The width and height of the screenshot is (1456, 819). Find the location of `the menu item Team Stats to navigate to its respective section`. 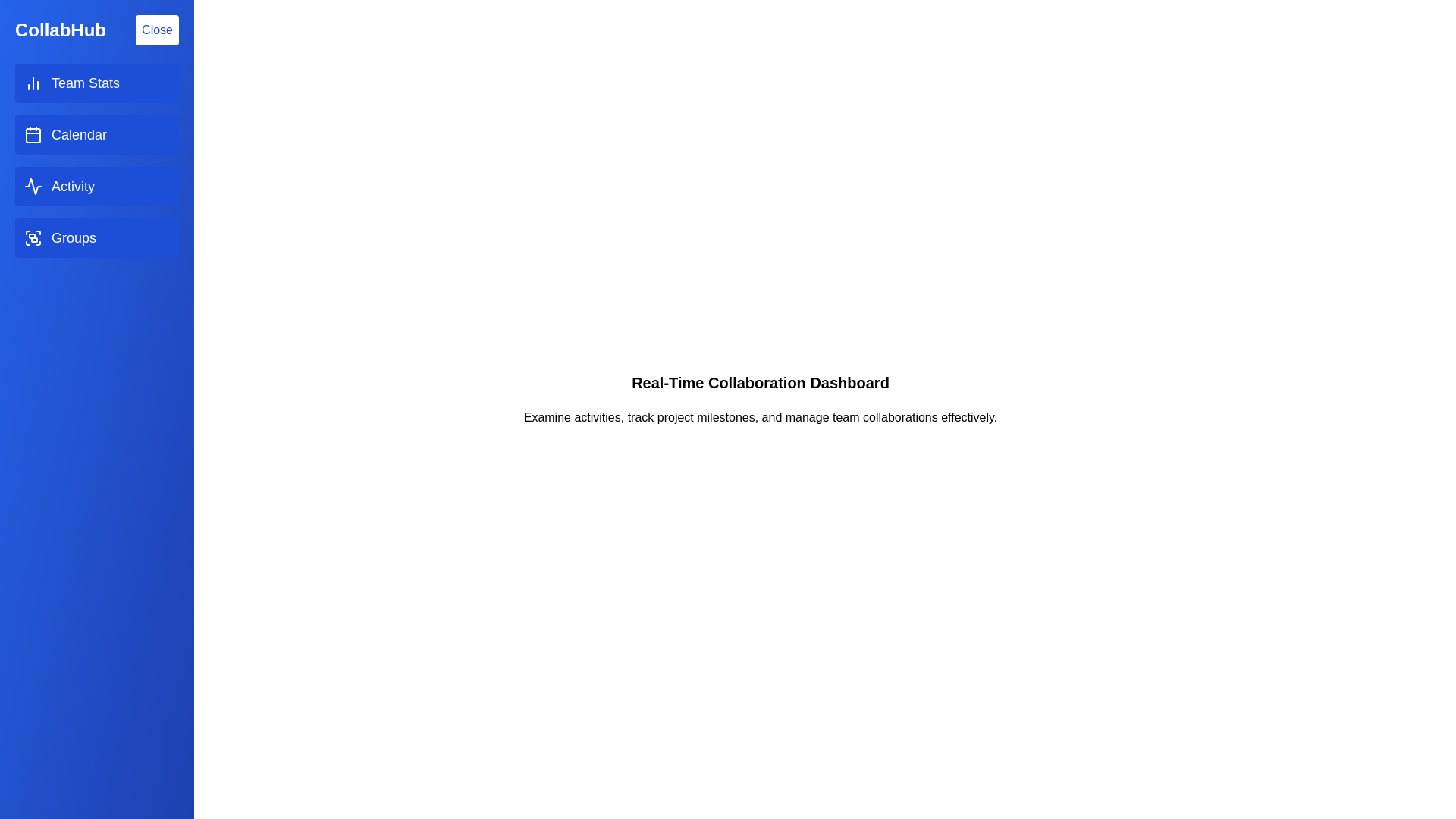

the menu item Team Stats to navigate to its respective section is located at coordinates (96, 83).